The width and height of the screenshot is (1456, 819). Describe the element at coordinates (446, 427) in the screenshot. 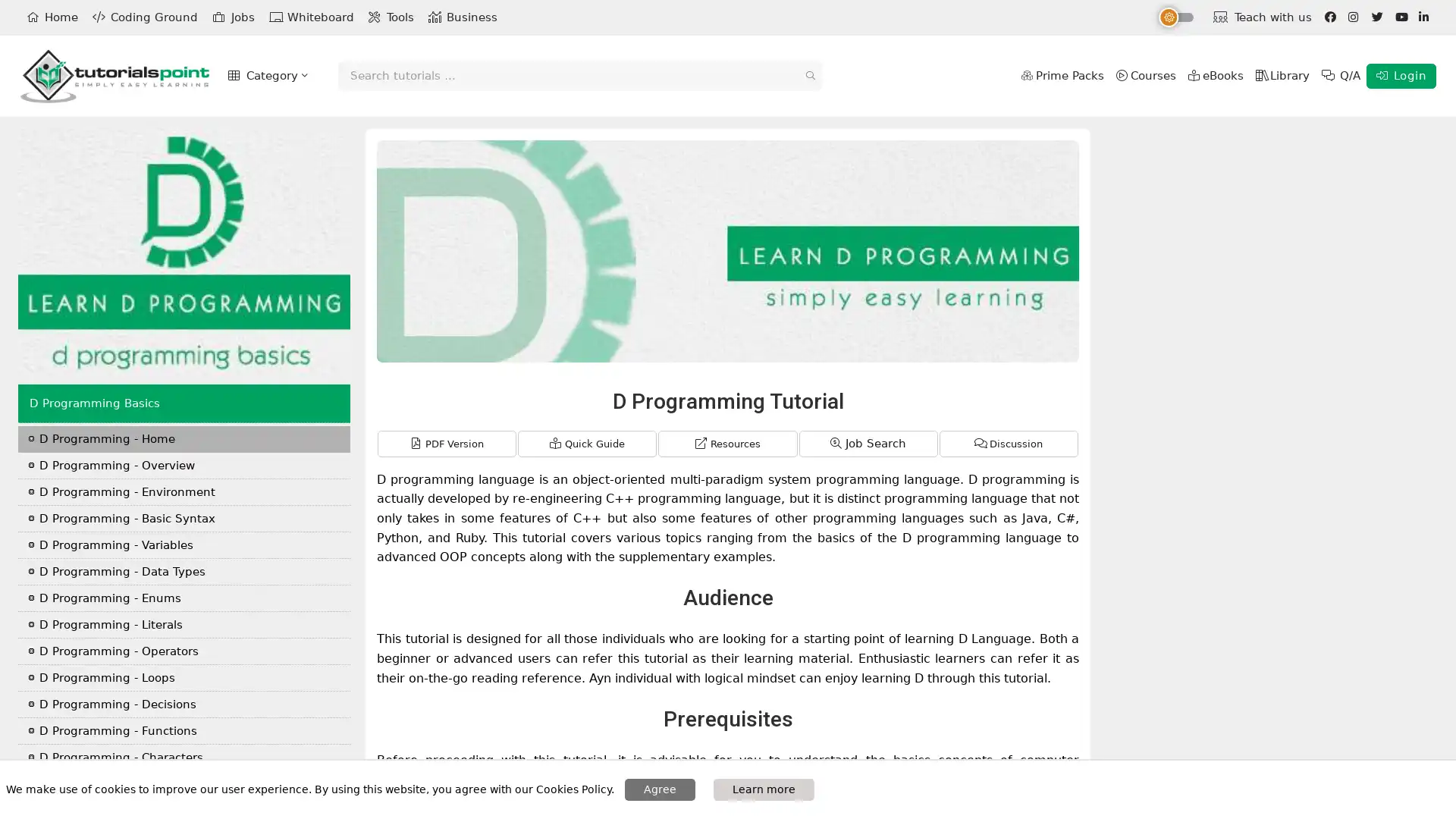

I see `PDF Version` at that location.